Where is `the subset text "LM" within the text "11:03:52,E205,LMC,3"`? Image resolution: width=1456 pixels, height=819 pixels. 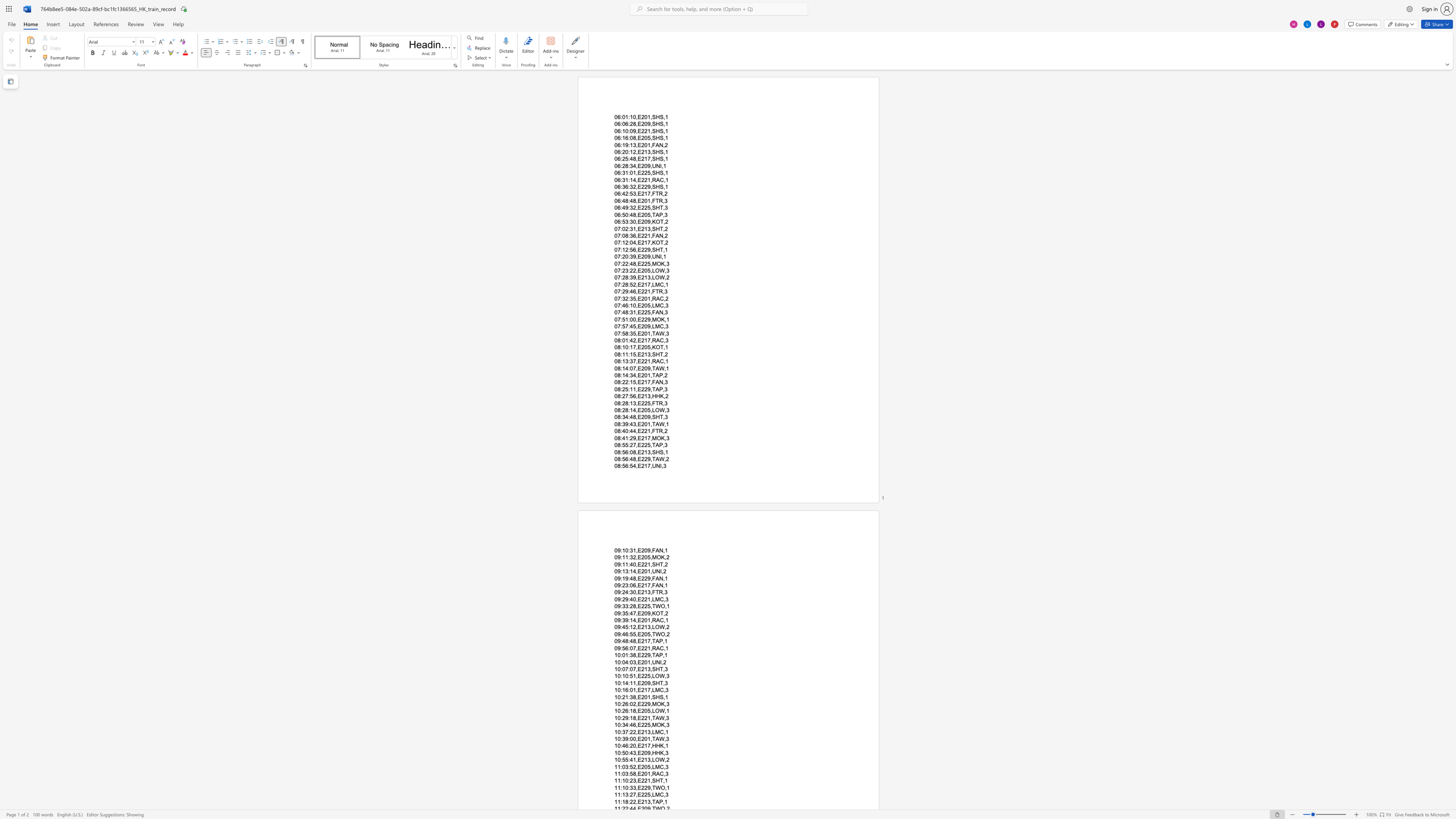
the subset text "LM" within the text "11:03:52,E205,LMC,3" is located at coordinates (651, 766).